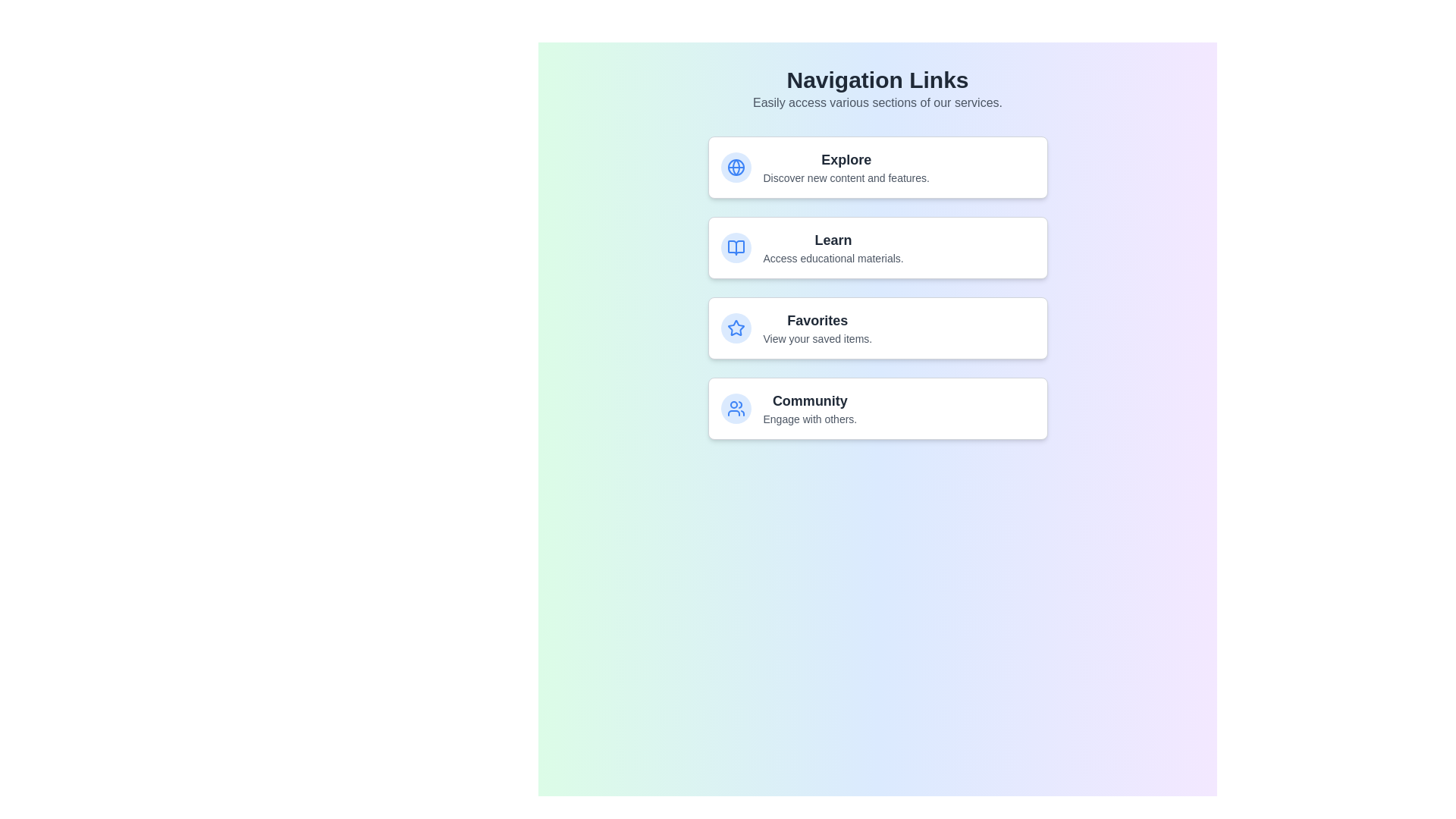 This screenshot has height=819, width=1456. Describe the element at coordinates (736, 167) in the screenshot. I see `the 'Explore' icon located at the top left corner of the 'Explore' section card, positioned directly above the text 'Explore'` at that location.